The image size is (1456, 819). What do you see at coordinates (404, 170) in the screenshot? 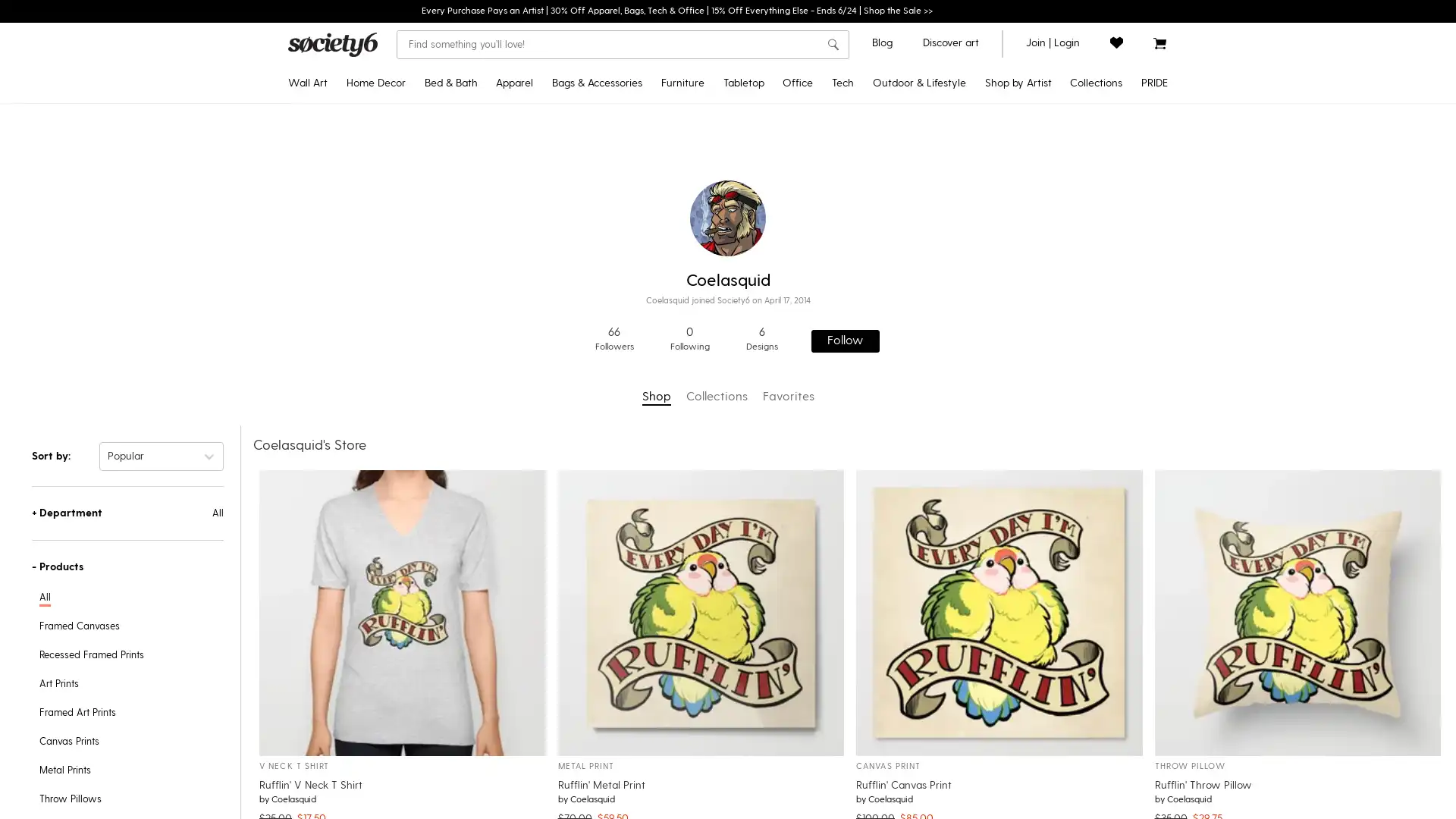
I see `Rectangular Pillows` at bounding box center [404, 170].